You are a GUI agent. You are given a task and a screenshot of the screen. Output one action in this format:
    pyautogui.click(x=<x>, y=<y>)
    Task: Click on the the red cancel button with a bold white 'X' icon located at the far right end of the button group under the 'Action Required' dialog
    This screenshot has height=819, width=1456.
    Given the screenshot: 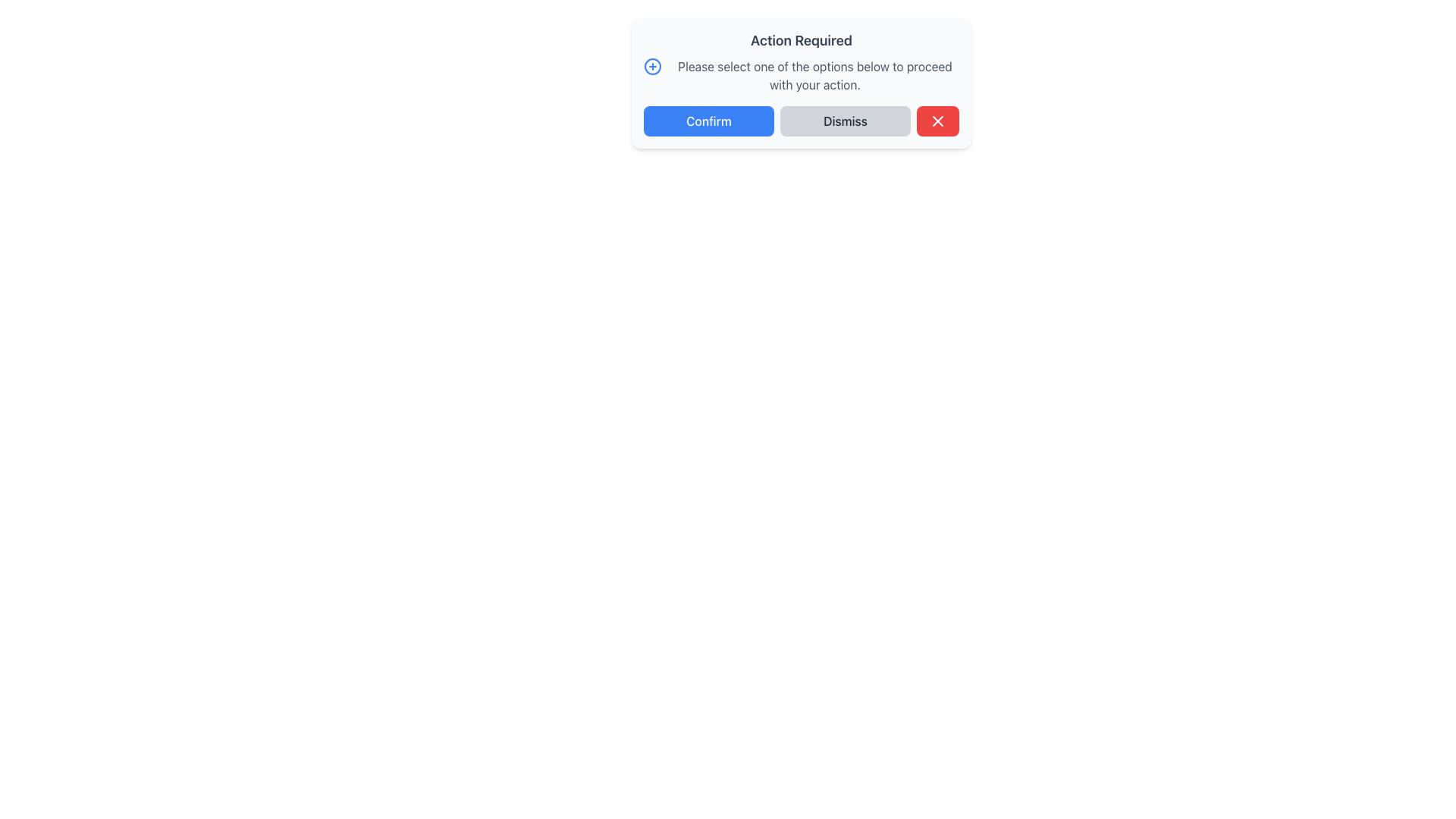 What is the action you would take?
    pyautogui.click(x=937, y=120)
    